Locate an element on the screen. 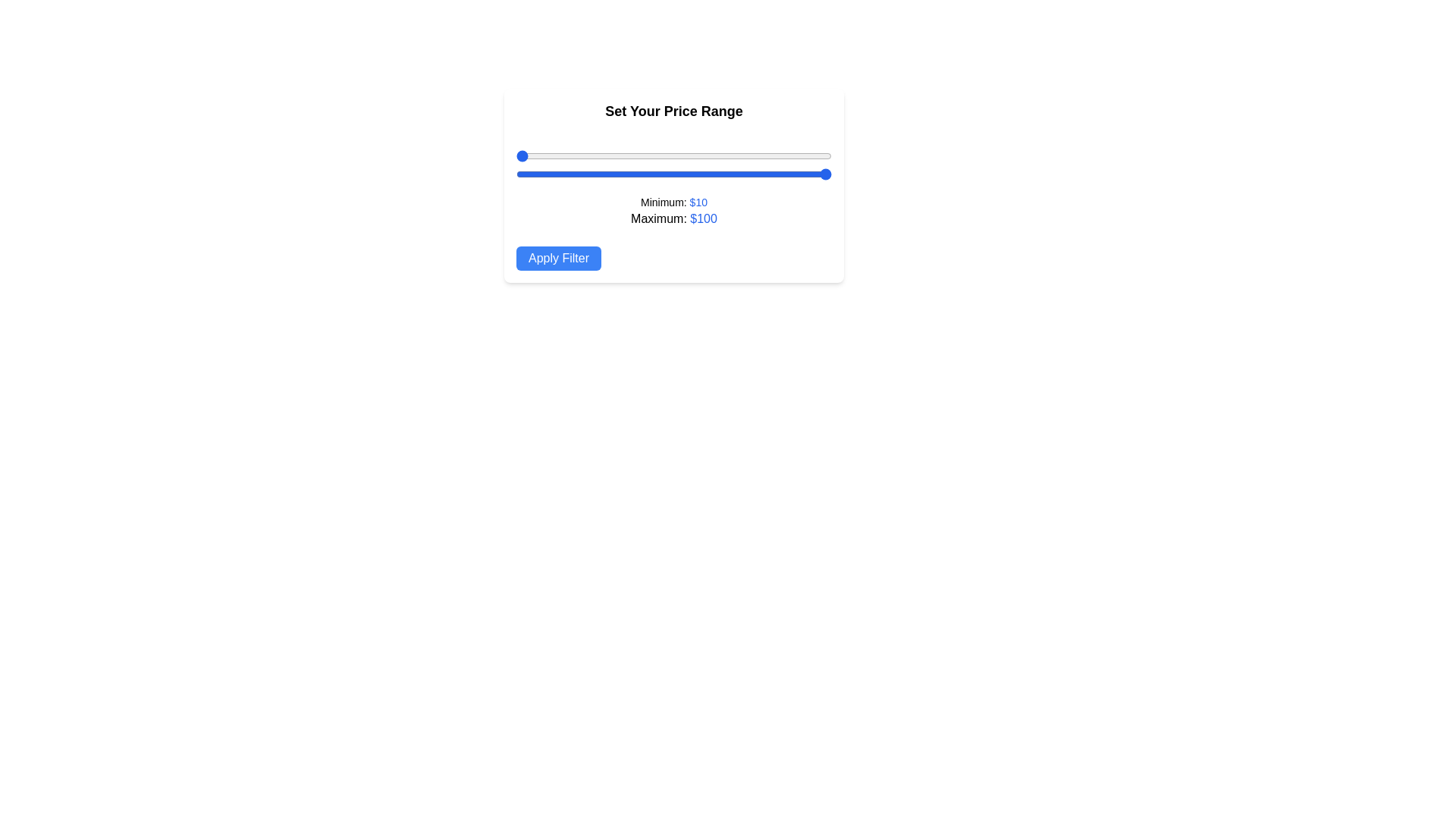 Image resolution: width=1456 pixels, height=819 pixels. the slider position is located at coordinates (775, 155).